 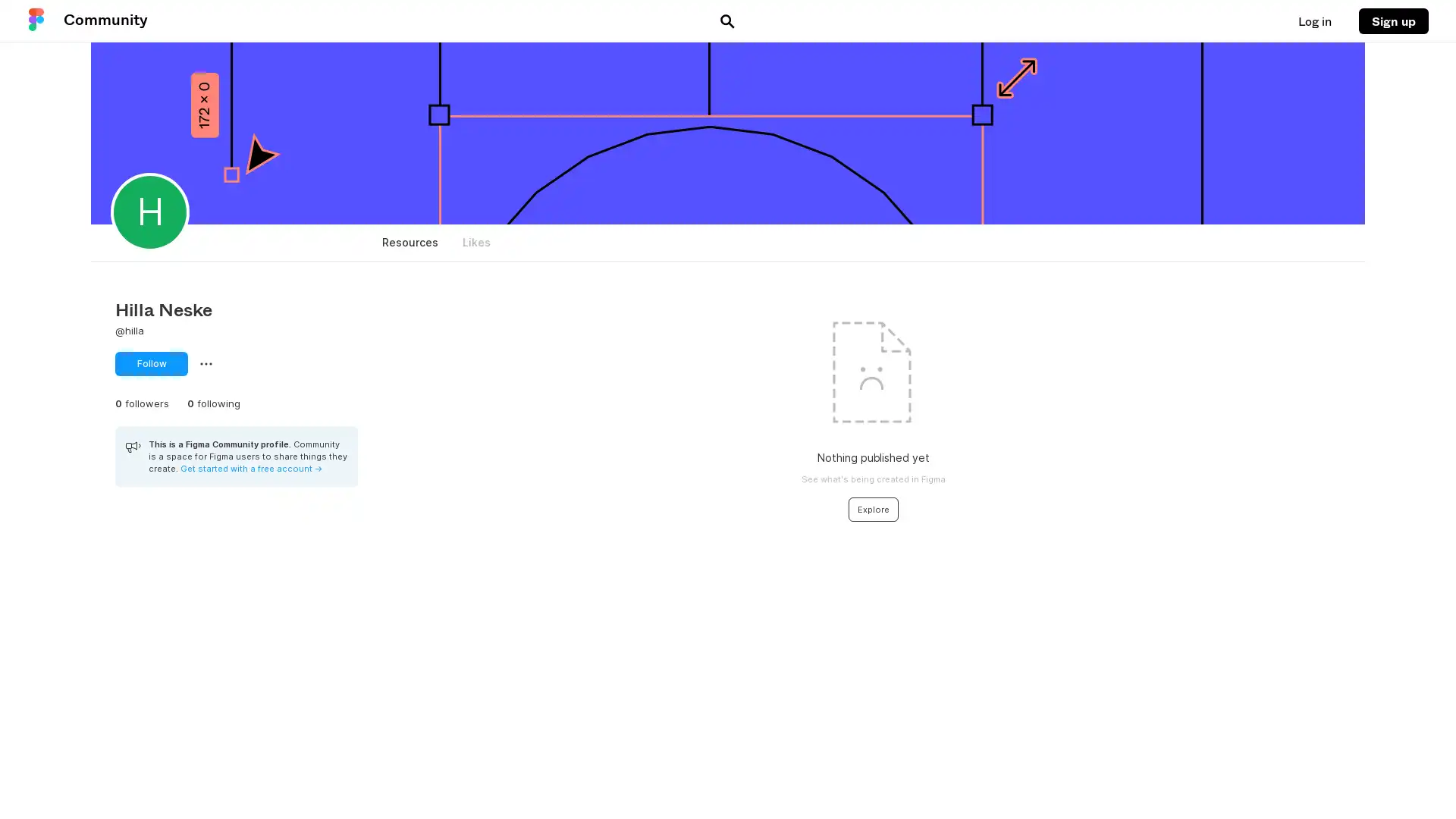 I want to click on Explore, so click(x=873, y=509).